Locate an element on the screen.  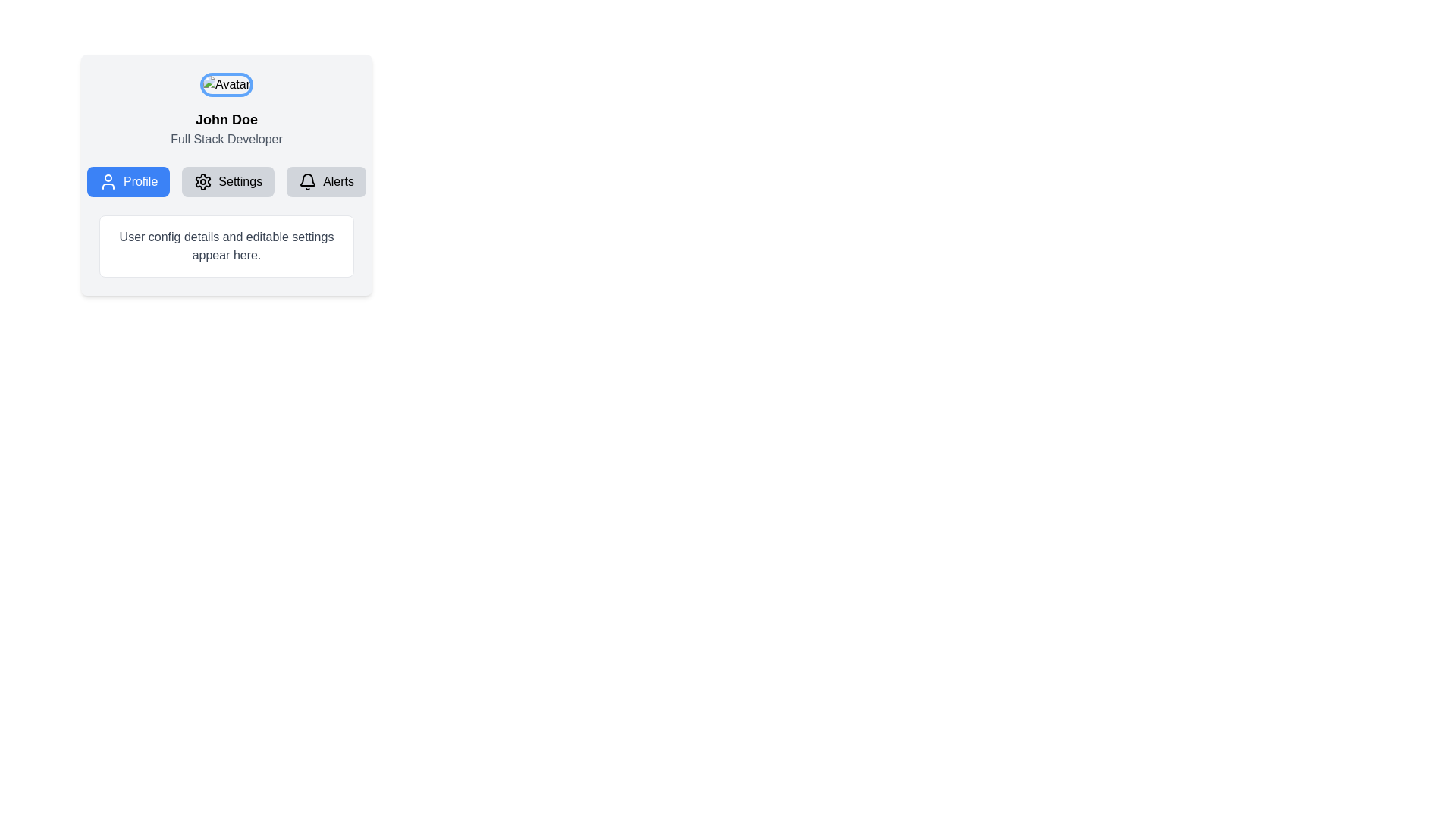
the static informational text box that displays 'User config details and editable settings appear here.' with a white background and rounded corners, located below the buttons 'Profile', 'Settings', 'Alerts' is located at coordinates (225, 245).